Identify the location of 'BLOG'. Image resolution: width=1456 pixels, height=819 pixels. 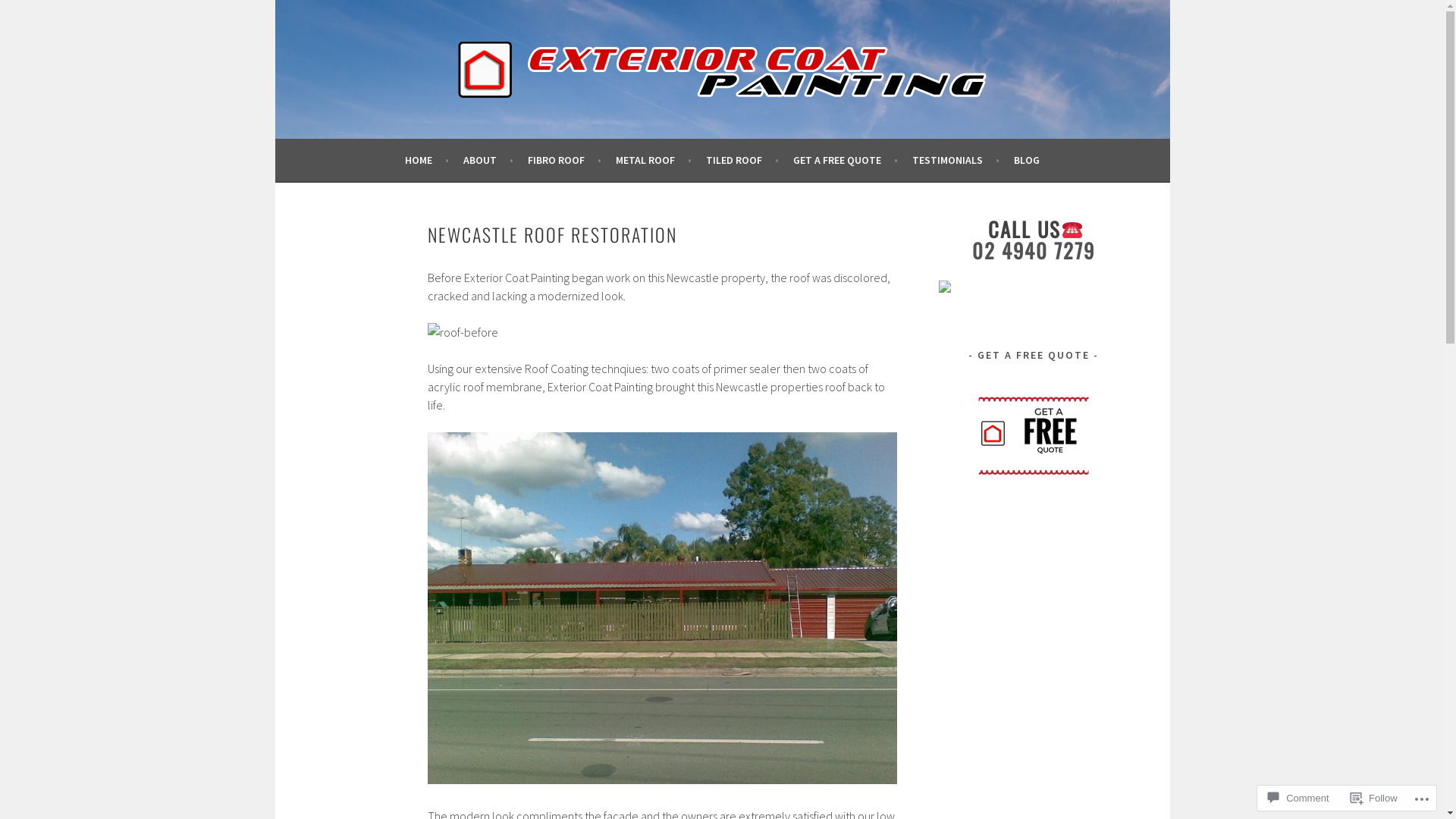
(1026, 160).